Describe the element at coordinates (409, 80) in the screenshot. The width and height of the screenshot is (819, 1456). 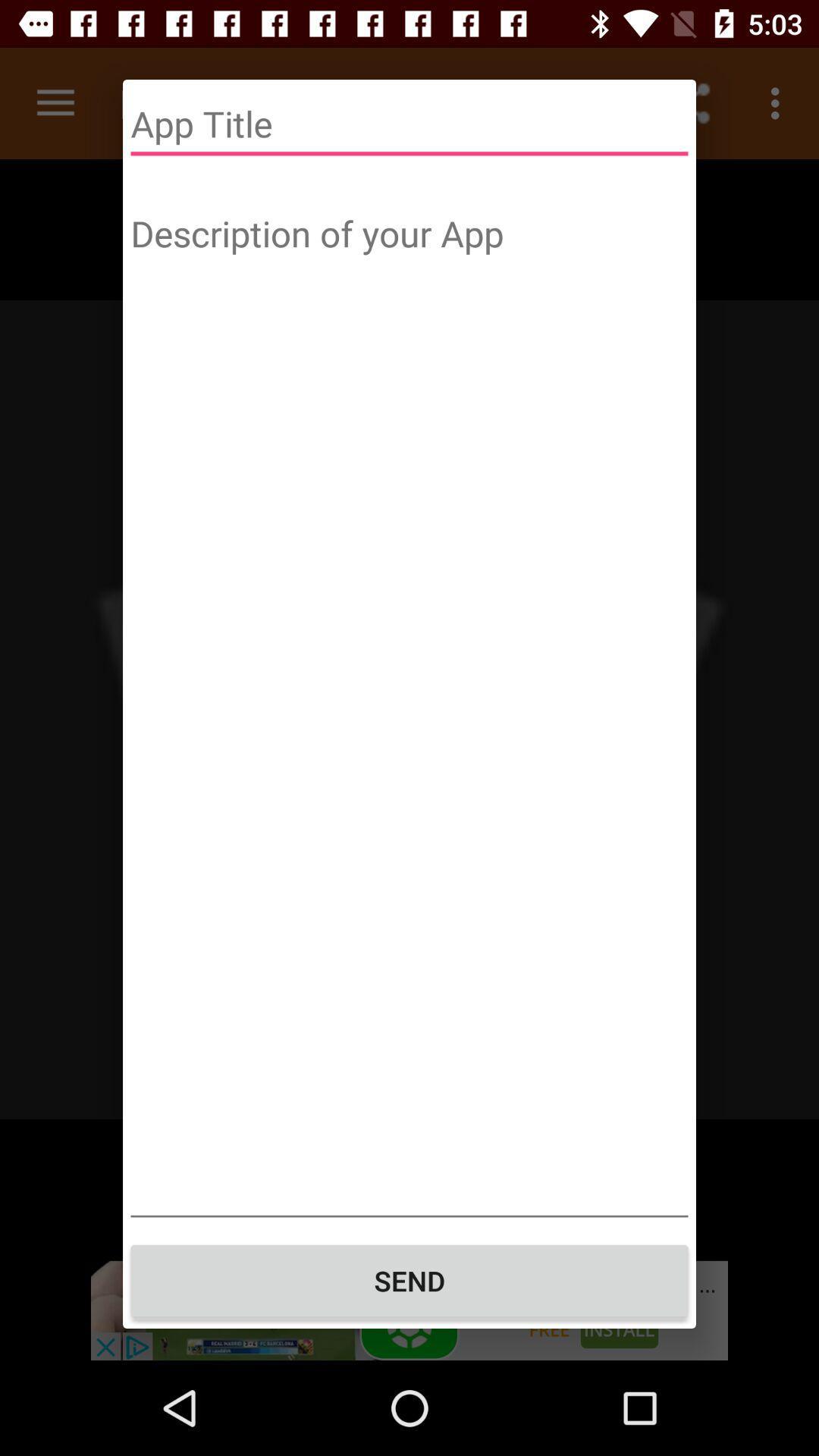
I see `info@icyarena.com` at that location.